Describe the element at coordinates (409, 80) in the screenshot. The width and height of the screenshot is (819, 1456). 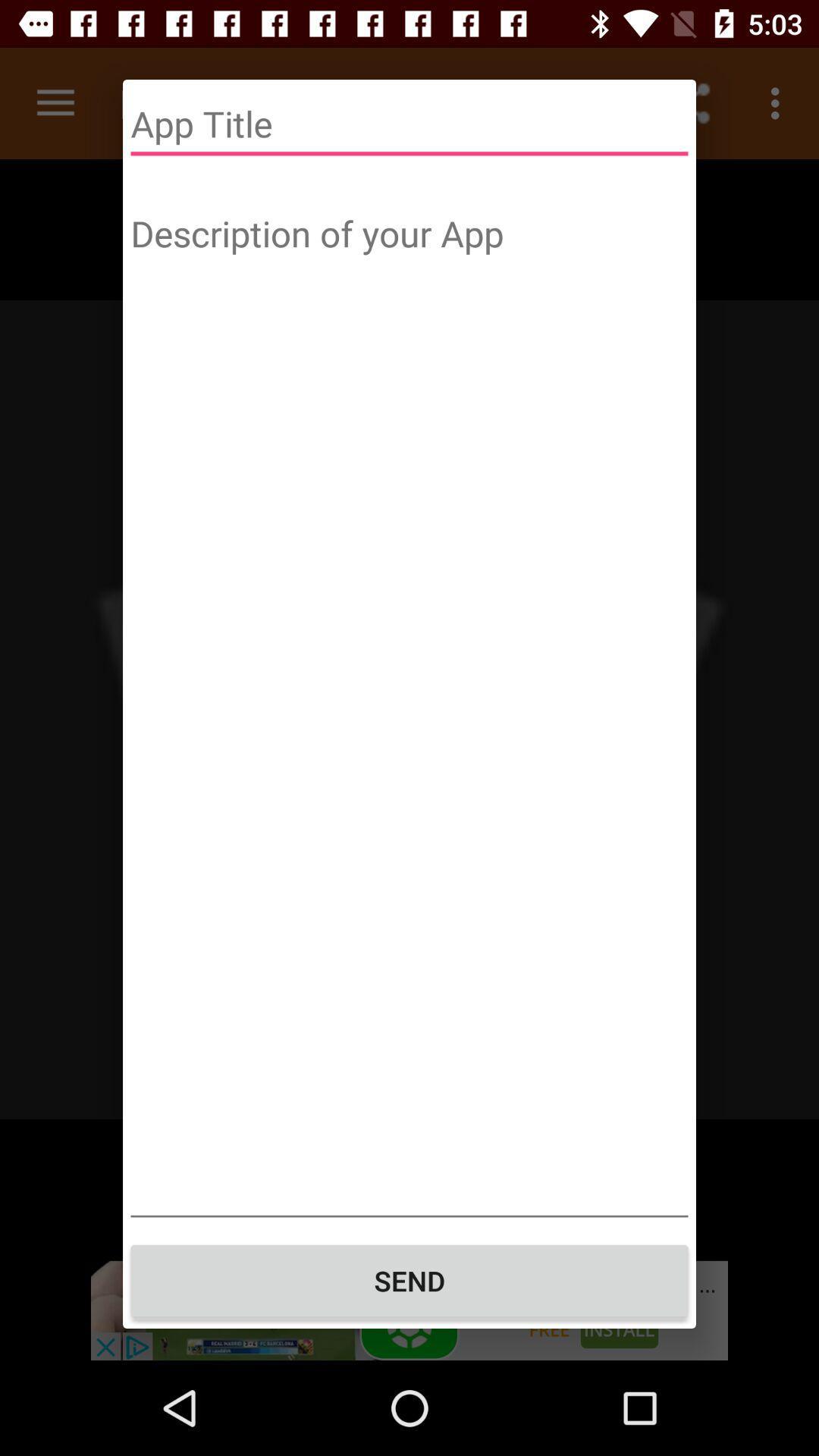
I see `info@icyarena.com` at that location.